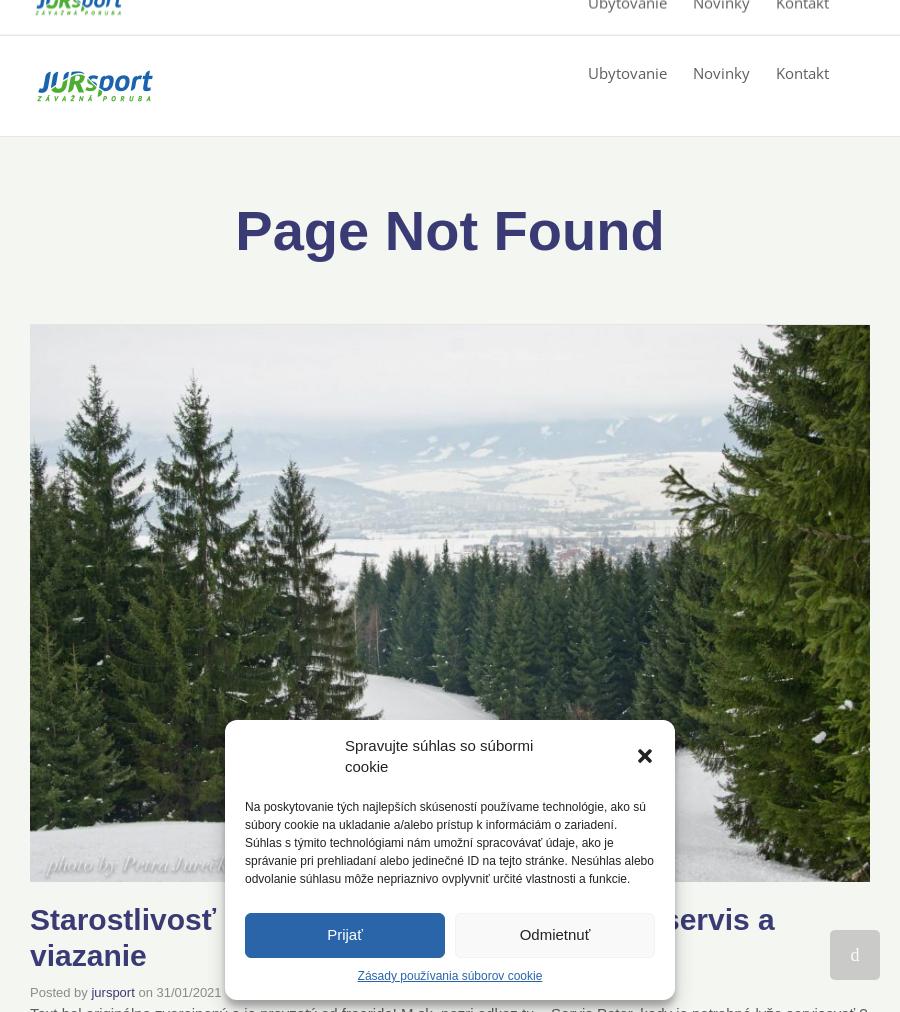 This screenshot has height=1012, width=900. Describe the element at coordinates (402, 936) in the screenshot. I see `'Starostlivosť o lyže – voskovanie, brúsenie, servis a viazanie'` at that location.